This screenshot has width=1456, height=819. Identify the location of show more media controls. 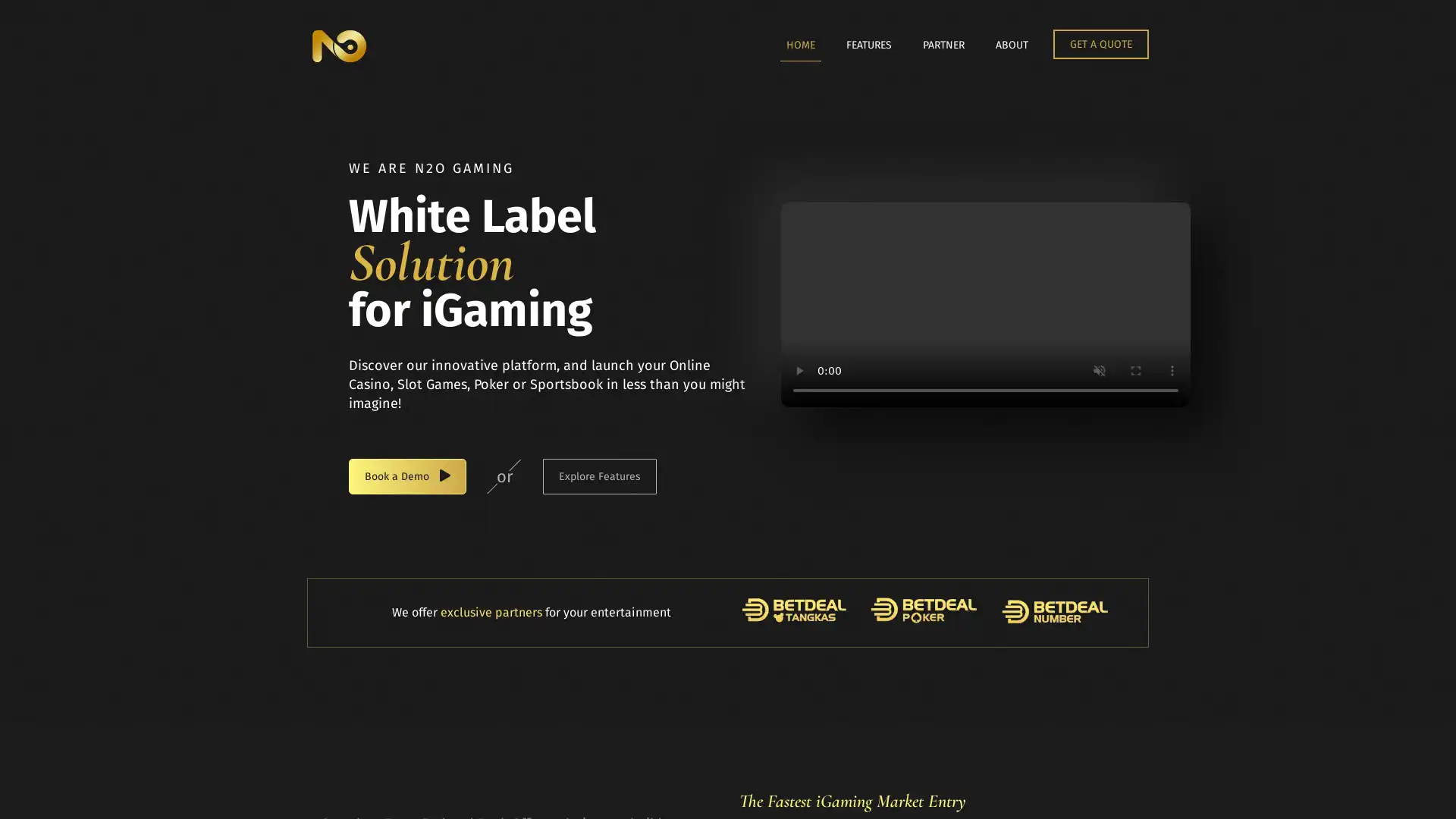
(1171, 371).